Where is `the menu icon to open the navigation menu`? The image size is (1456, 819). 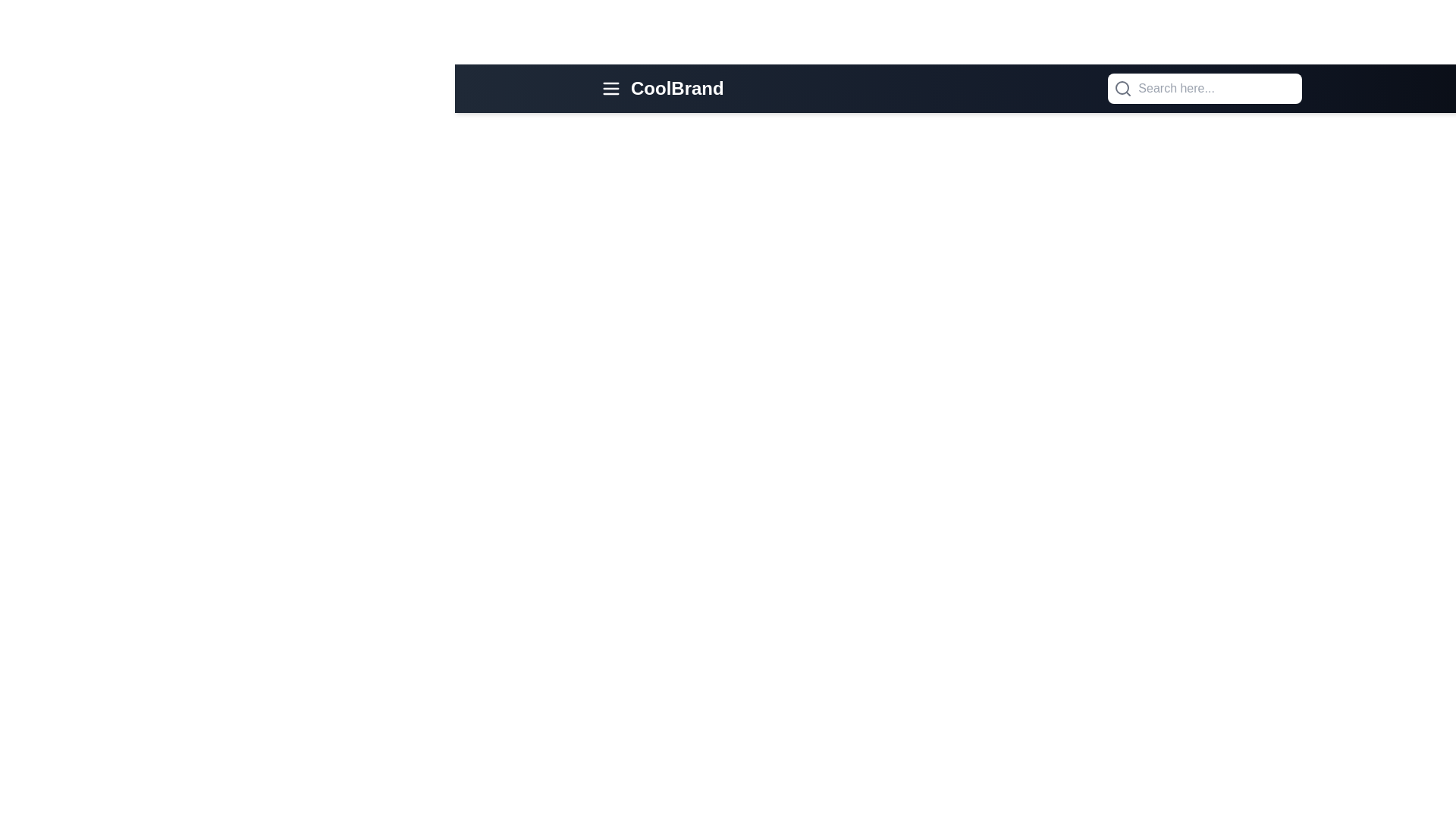
the menu icon to open the navigation menu is located at coordinates (611, 88).